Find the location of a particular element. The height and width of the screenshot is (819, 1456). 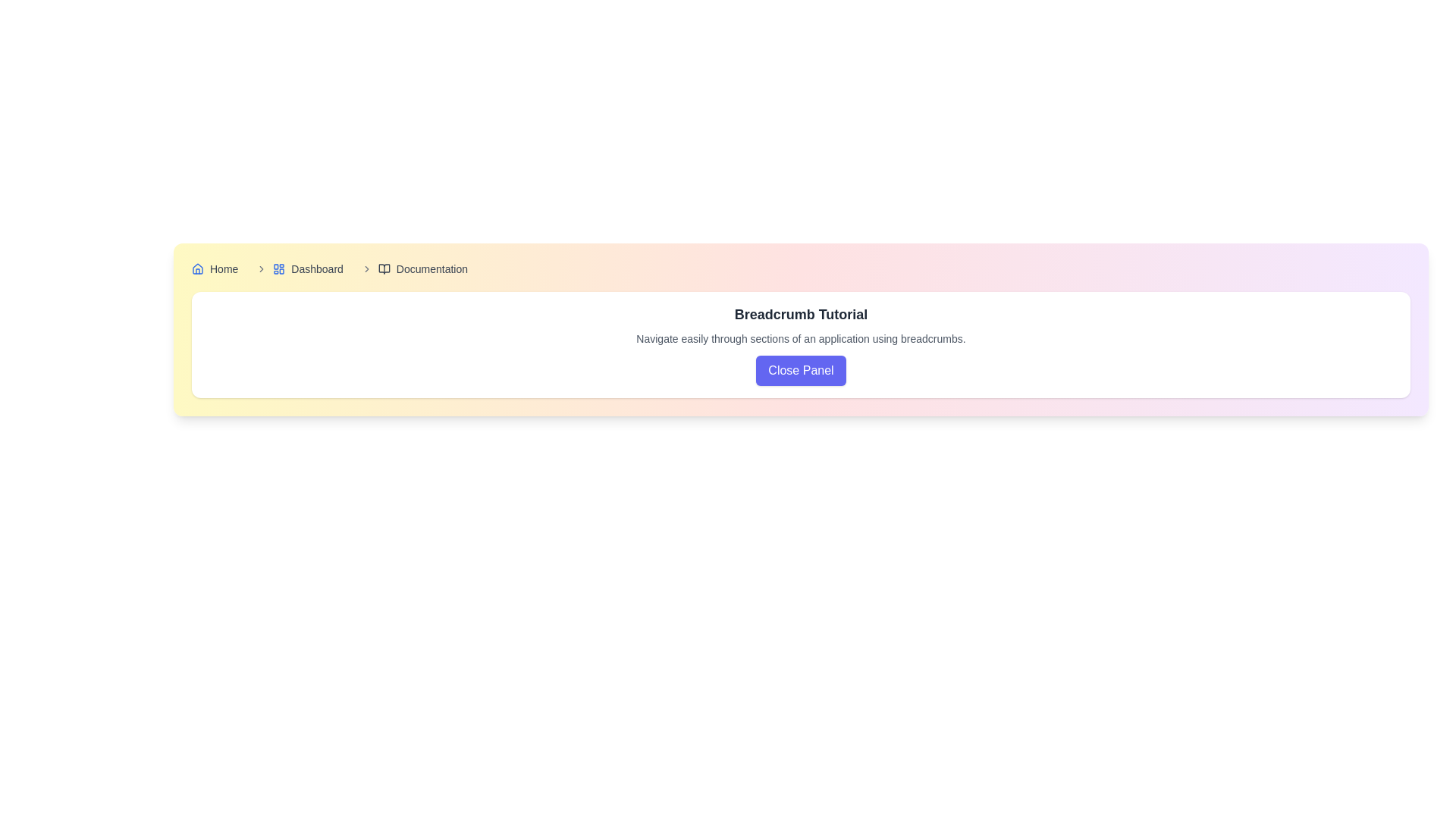

the Decorative SVG icon representing an open book, located next to the 'Documentation' label in the breadcrumb navigation is located at coordinates (384, 268).